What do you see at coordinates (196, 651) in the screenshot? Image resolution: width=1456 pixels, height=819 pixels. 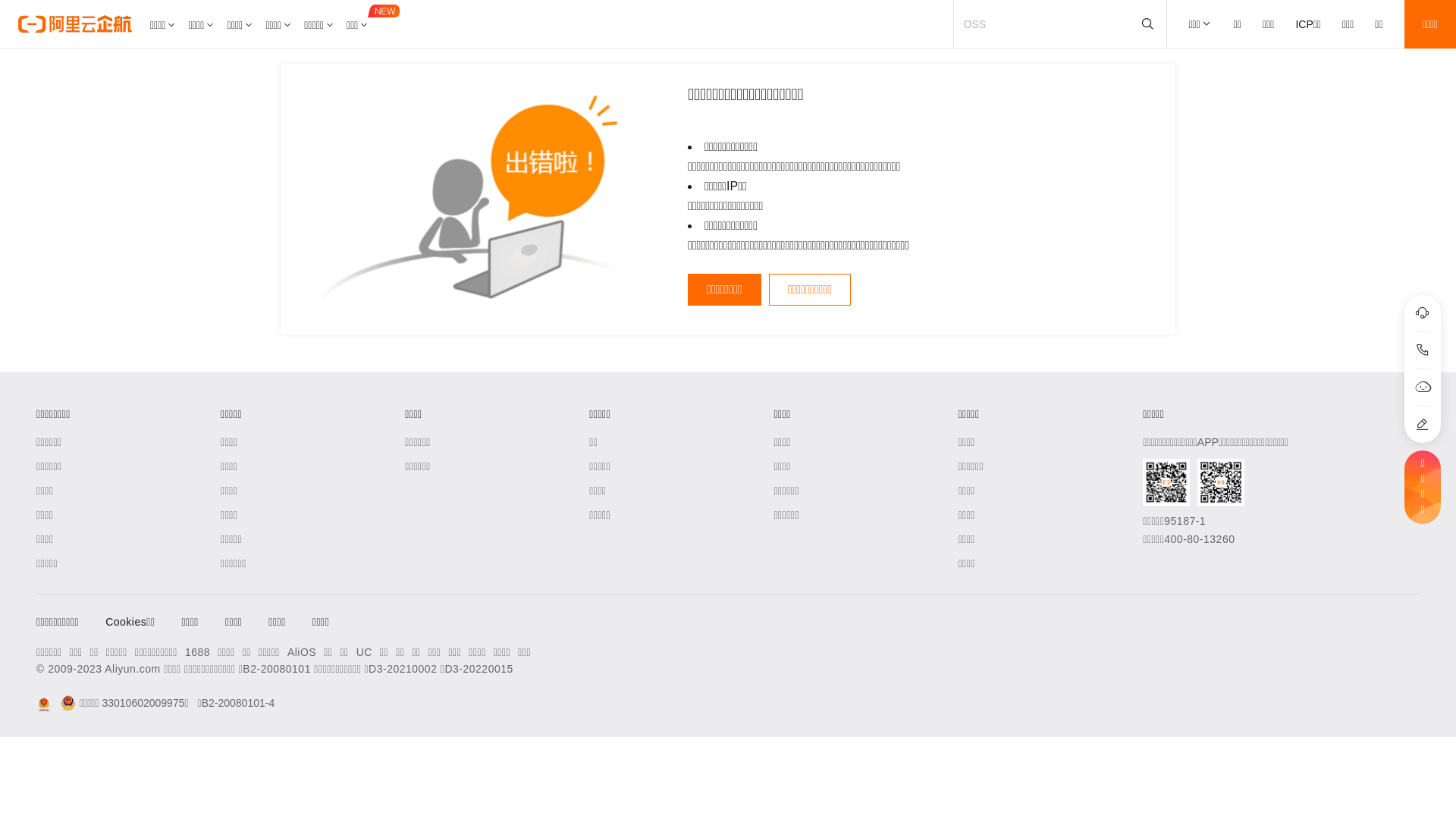 I see `'1688'` at bounding box center [196, 651].